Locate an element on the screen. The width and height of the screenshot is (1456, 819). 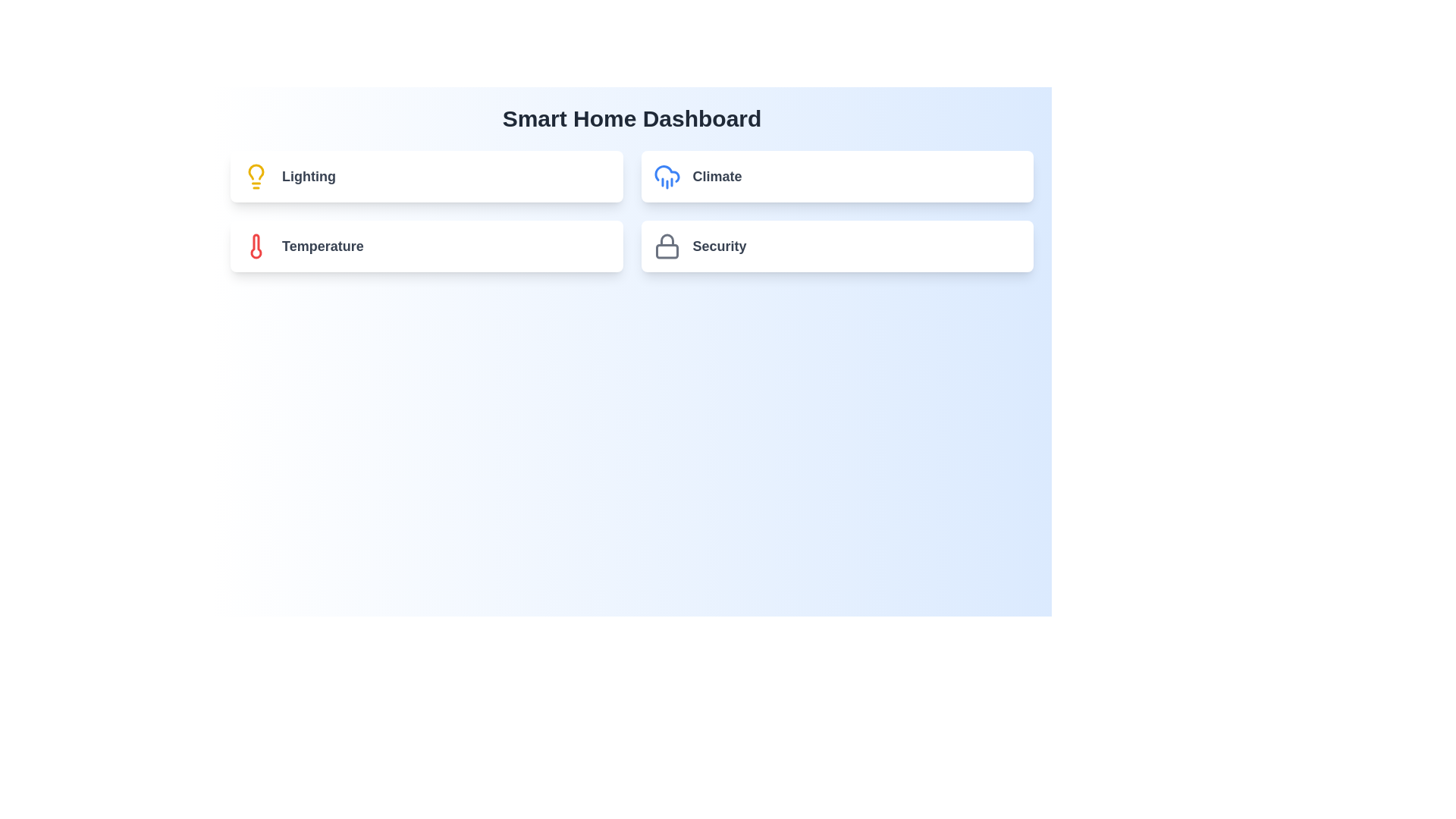
the Card element displaying a red thermometer icon and the label 'Temperature', which is located in the third position of a grid layout is located at coordinates (425, 245).